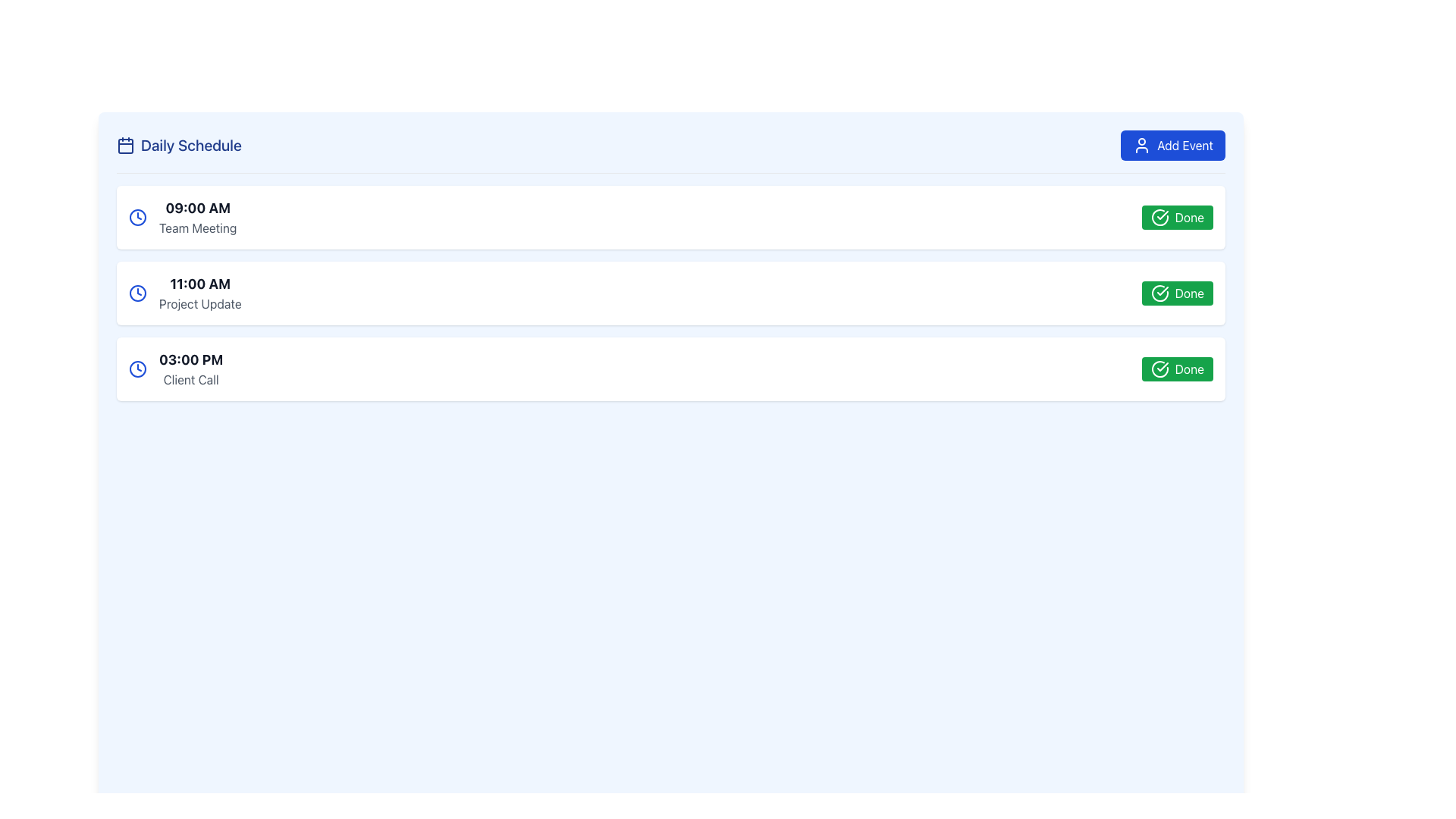 The image size is (1456, 819). Describe the element at coordinates (126, 146) in the screenshot. I see `the calendar icon that visually represents the schedule, located in the heading section preceding the 'Daily Schedule' text` at that location.